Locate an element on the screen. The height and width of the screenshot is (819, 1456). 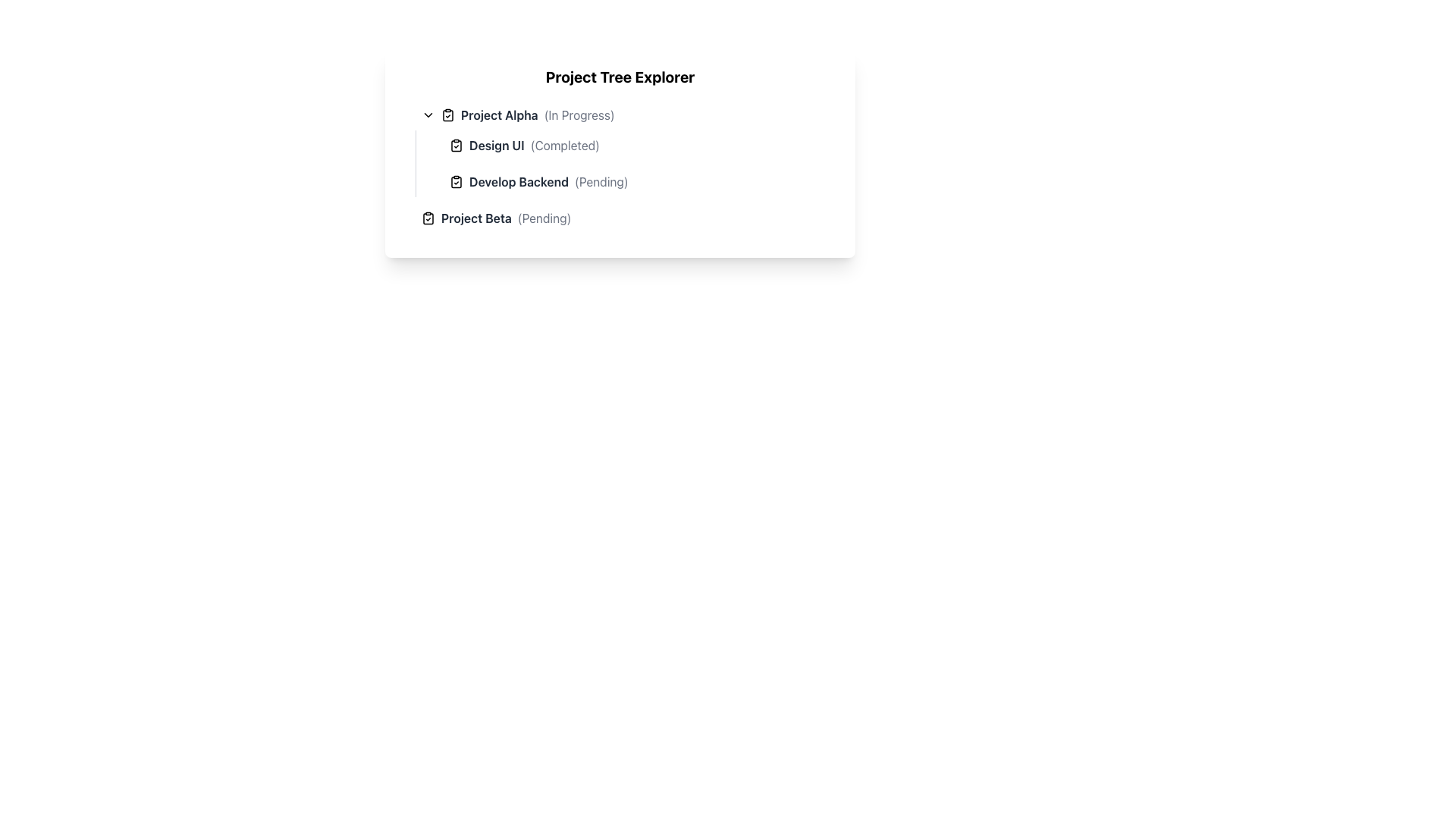
the clipboard icon next to the 'Design UI' text within the 'Project Alpha' item in the Project Tree Explorer panel is located at coordinates (455, 146).